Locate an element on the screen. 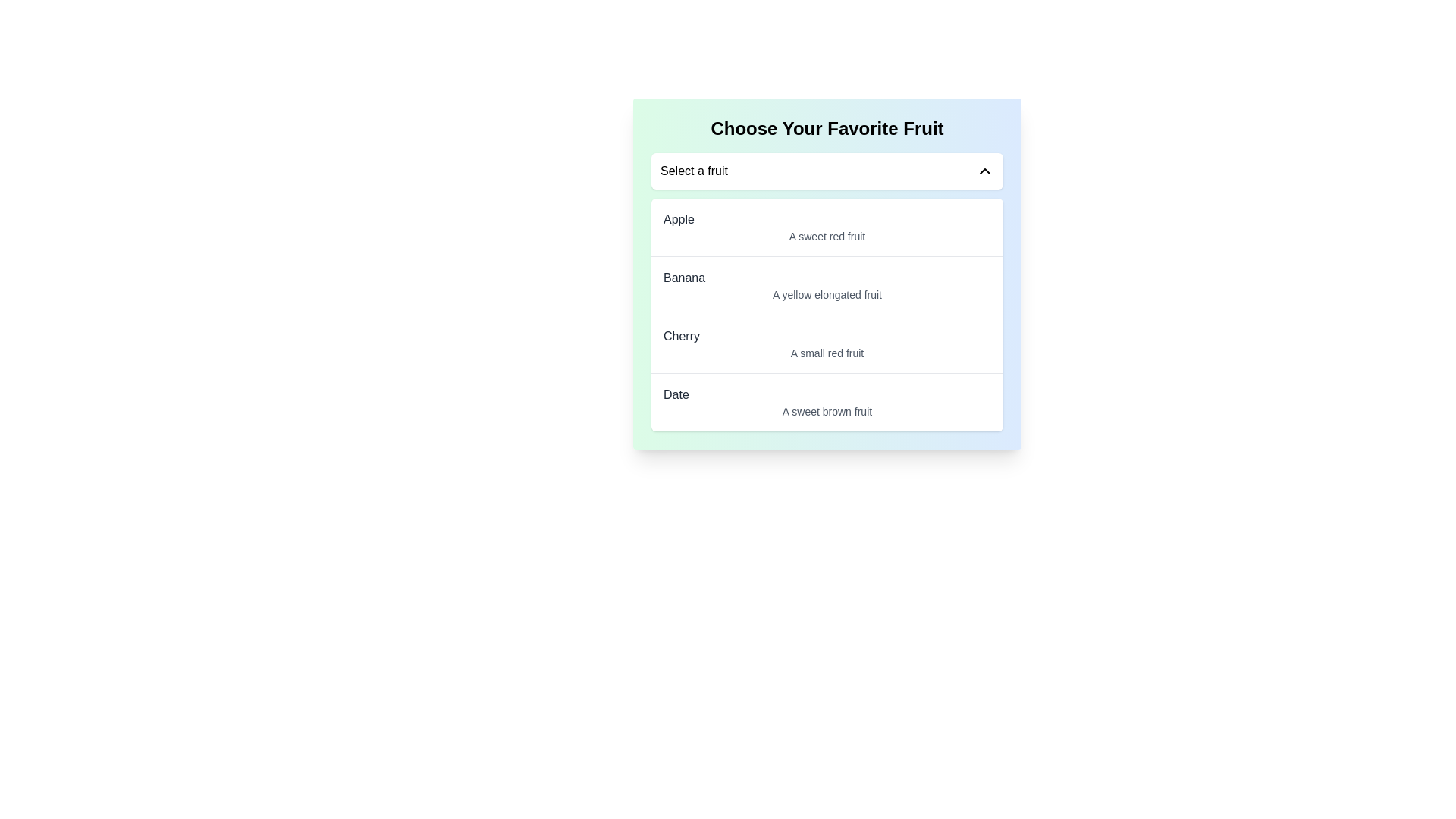 This screenshot has height=819, width=1456. the list item labeled 'Apple' in the dropdown menu is located at coordinates (826, 227).